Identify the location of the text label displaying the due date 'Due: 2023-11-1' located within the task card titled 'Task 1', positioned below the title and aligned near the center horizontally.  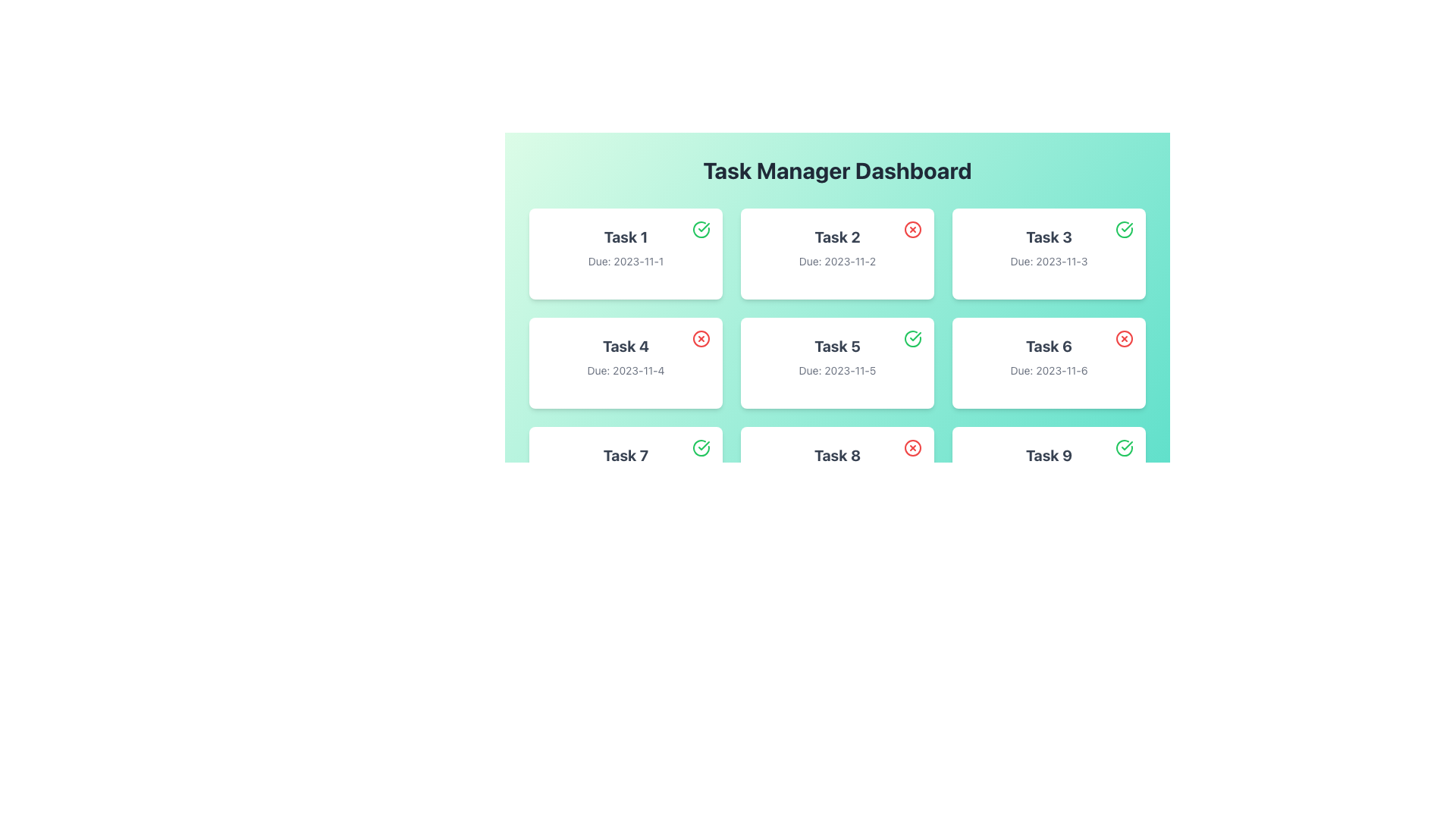
(626, 260).